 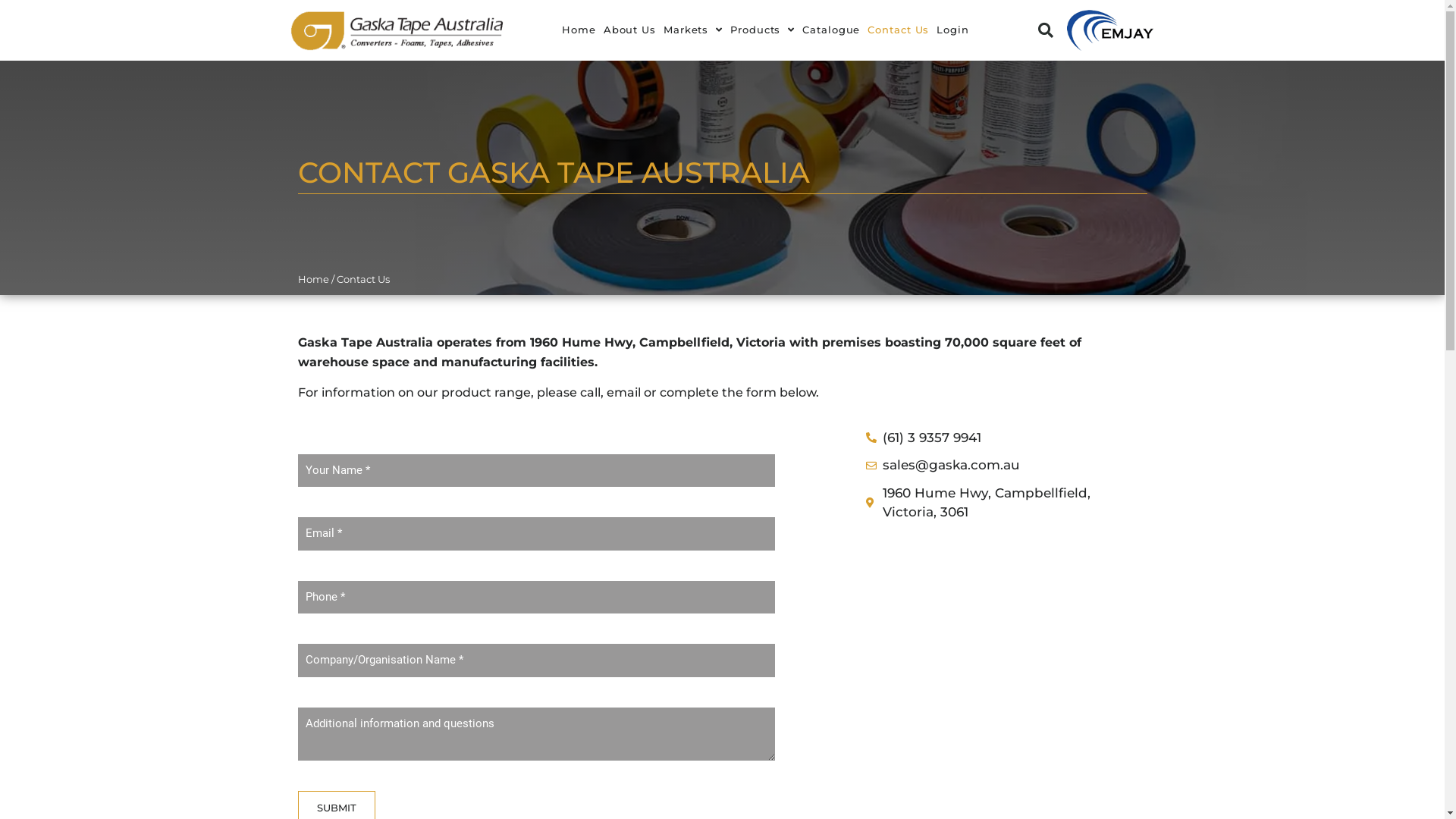 What do you see at coordinates (762, 30) in the screenshot?
I see `'Products'` at bounding box center [762, 30].